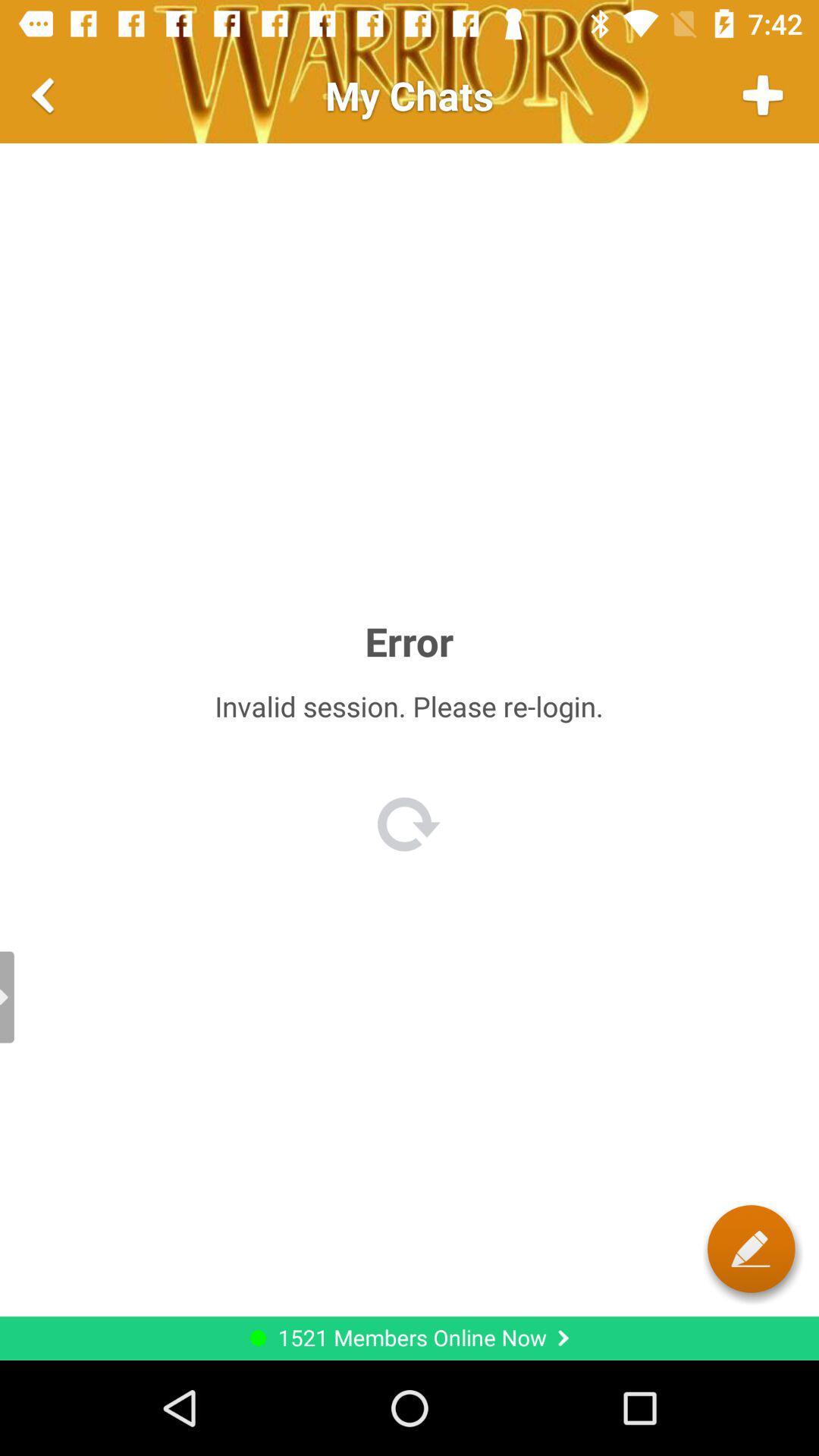  I want to click on write new, so click(751, 1248).